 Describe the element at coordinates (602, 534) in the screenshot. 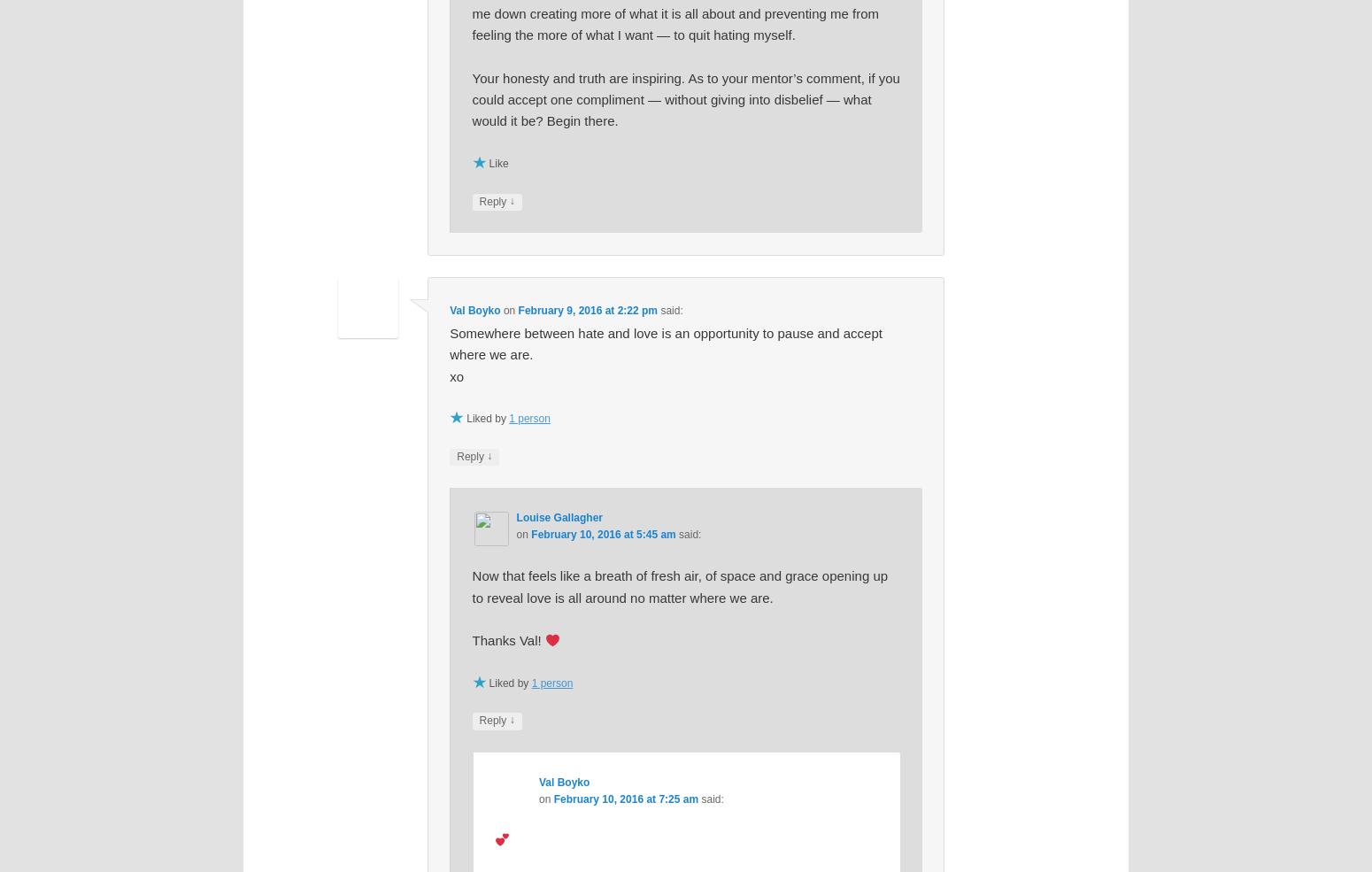

I see `'February 10, 2016 at 5:45 am'` at that location.